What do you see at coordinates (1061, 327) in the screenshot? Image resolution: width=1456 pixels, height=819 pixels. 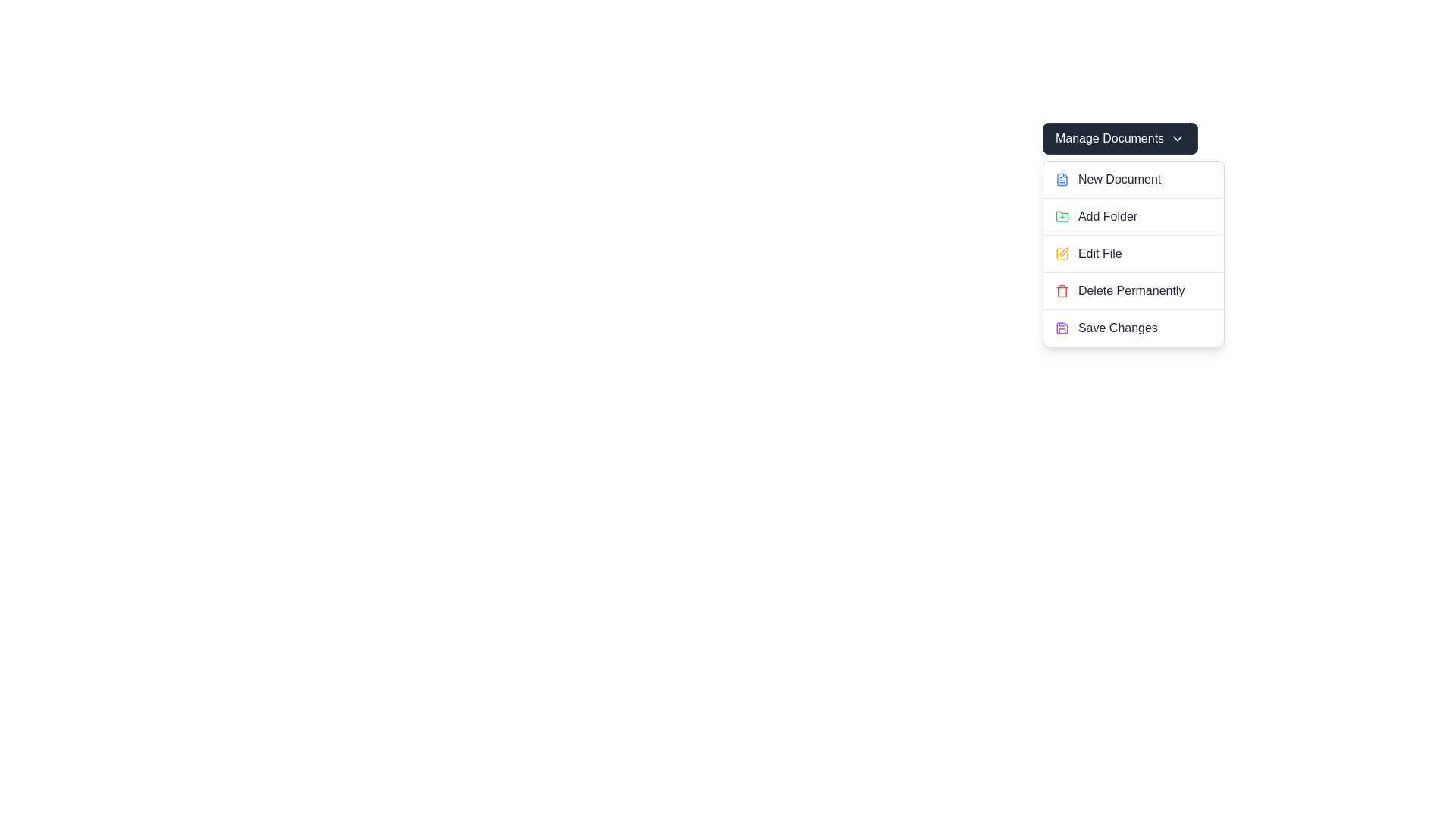 I see `the small purple save disk icon located to the left of the 'Save Changes' menu item` at bounding box center [1061, 327].